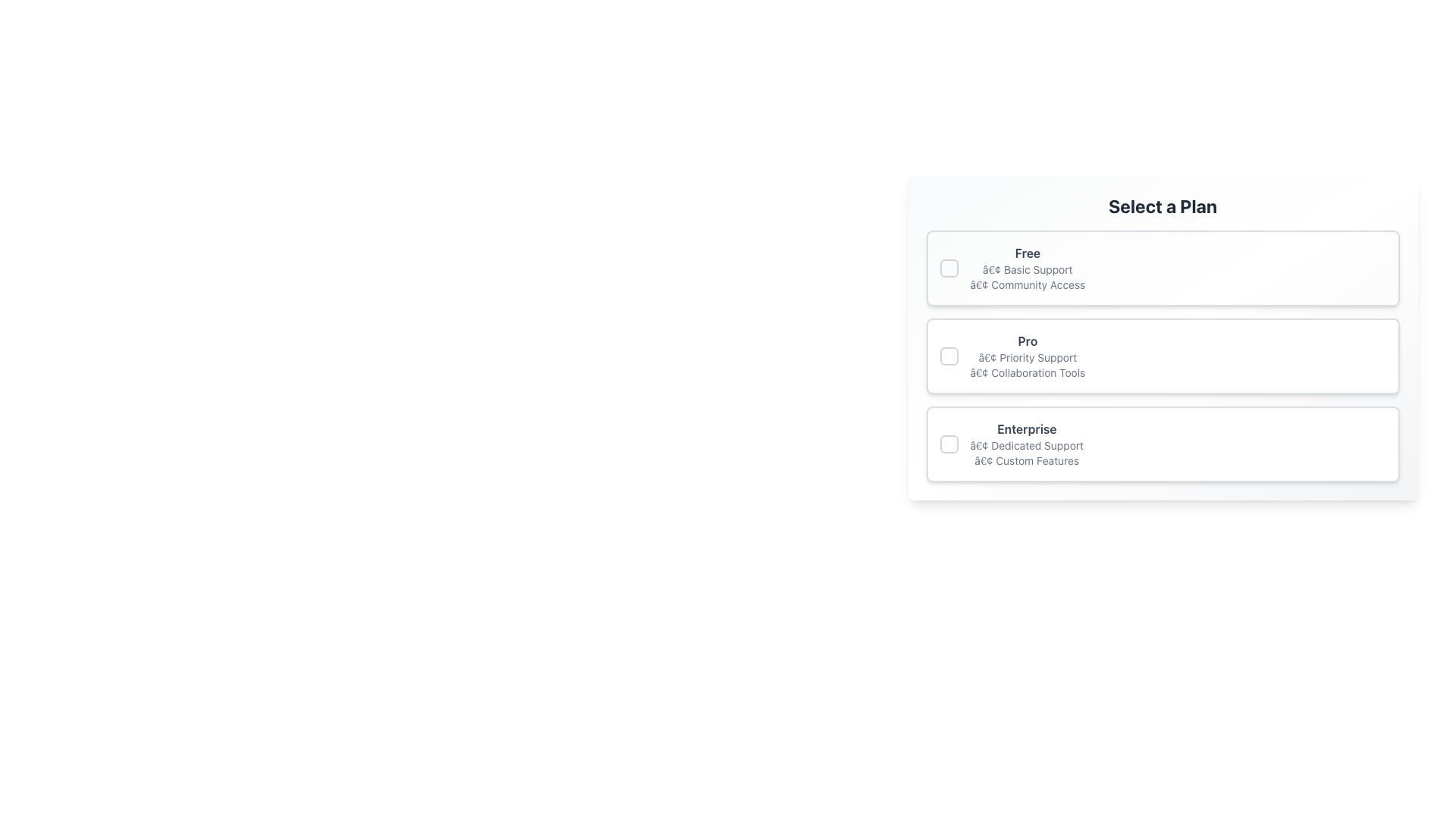  I want to click on the 'Collaboration Tools' text label within the 'Pro' subscription plan card in the 'Select a Plan' section, which is positioned below the '• Priority Support' text, so click(1028, 373).